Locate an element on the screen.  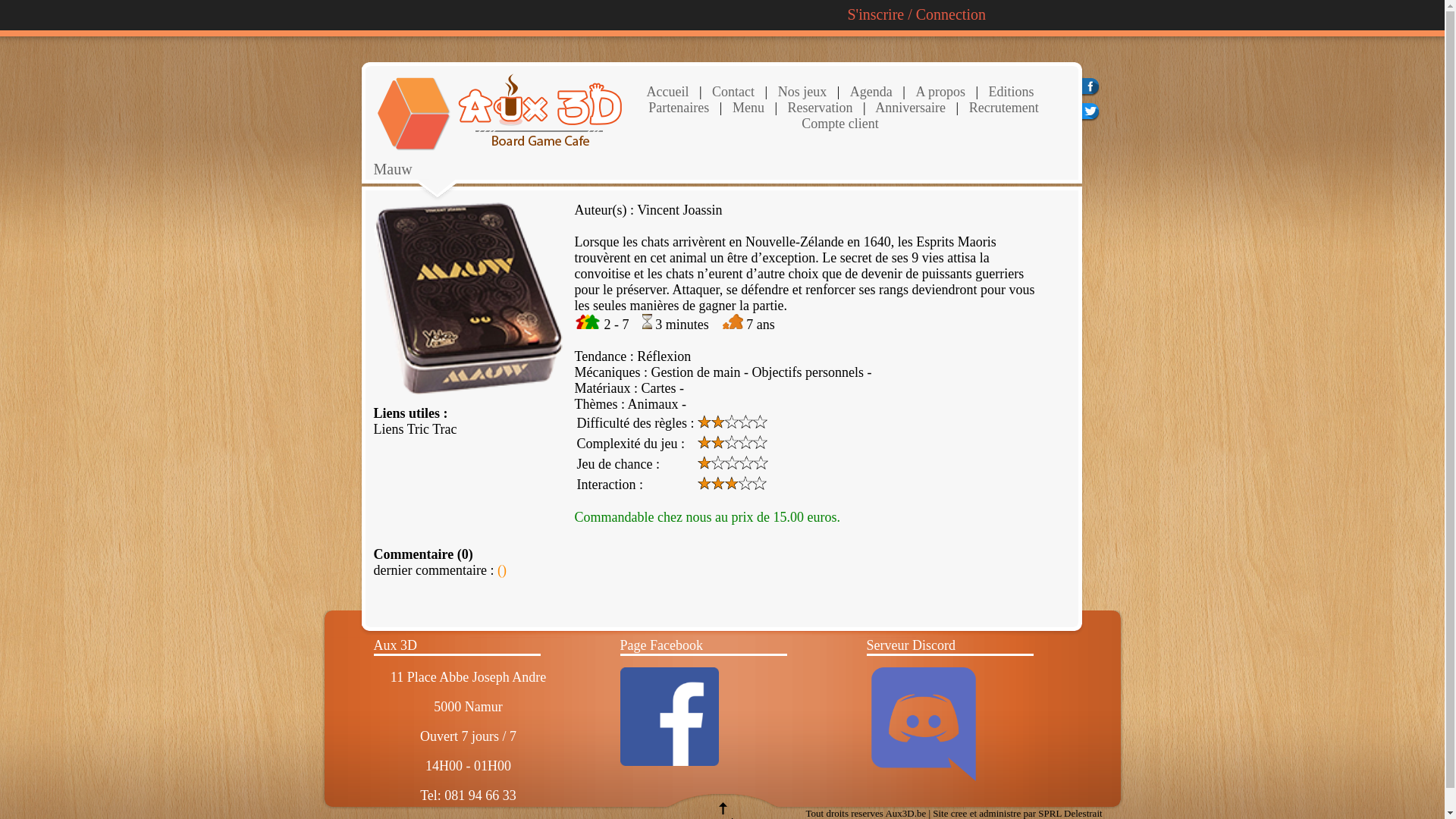
'S'inscrire / Connection' is located at coordinates (916, 14).